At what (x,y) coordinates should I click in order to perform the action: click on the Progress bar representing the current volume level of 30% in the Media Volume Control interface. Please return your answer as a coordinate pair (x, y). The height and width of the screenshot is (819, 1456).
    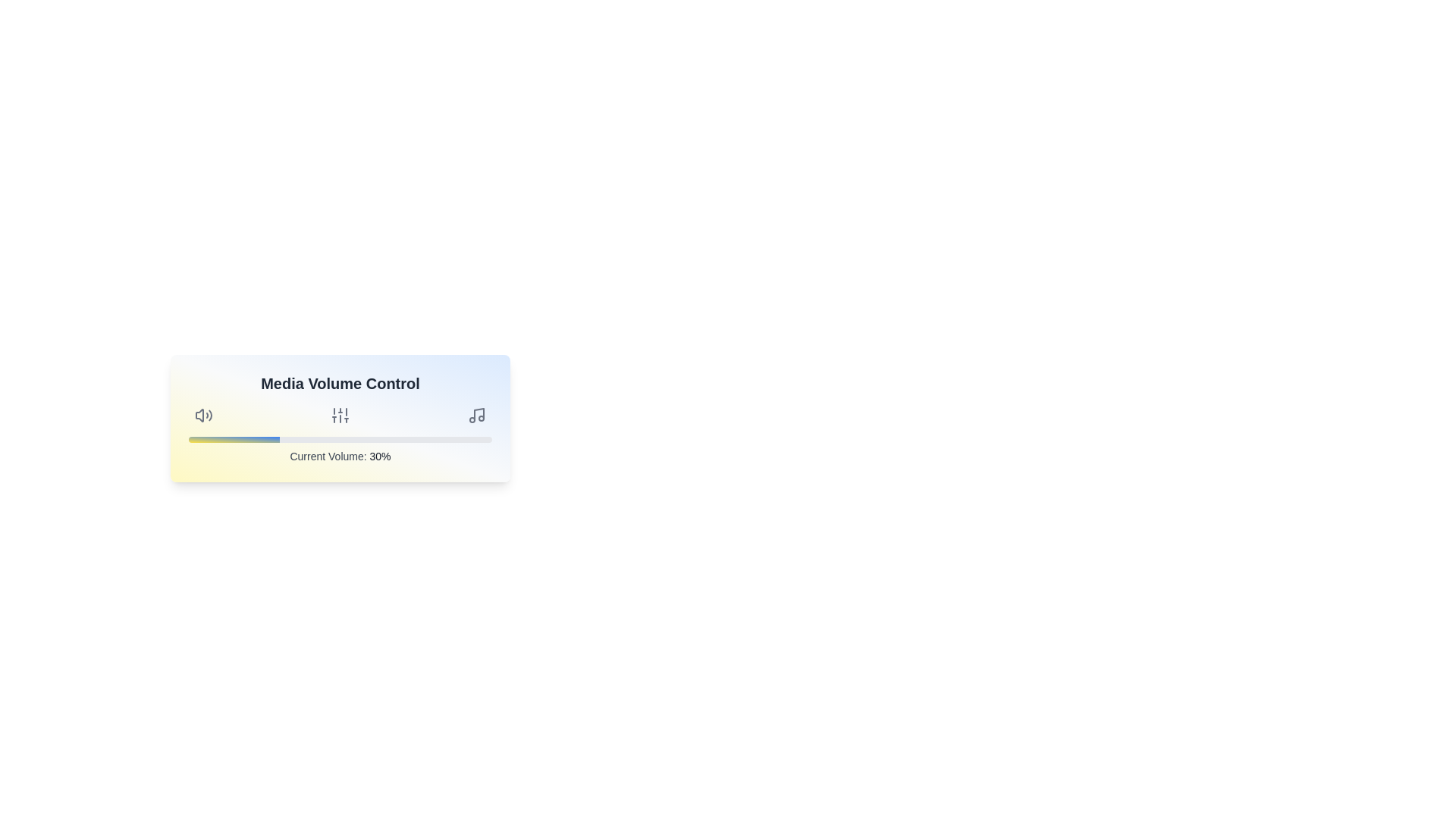
    Looking at the image, I should click on (340, 439).